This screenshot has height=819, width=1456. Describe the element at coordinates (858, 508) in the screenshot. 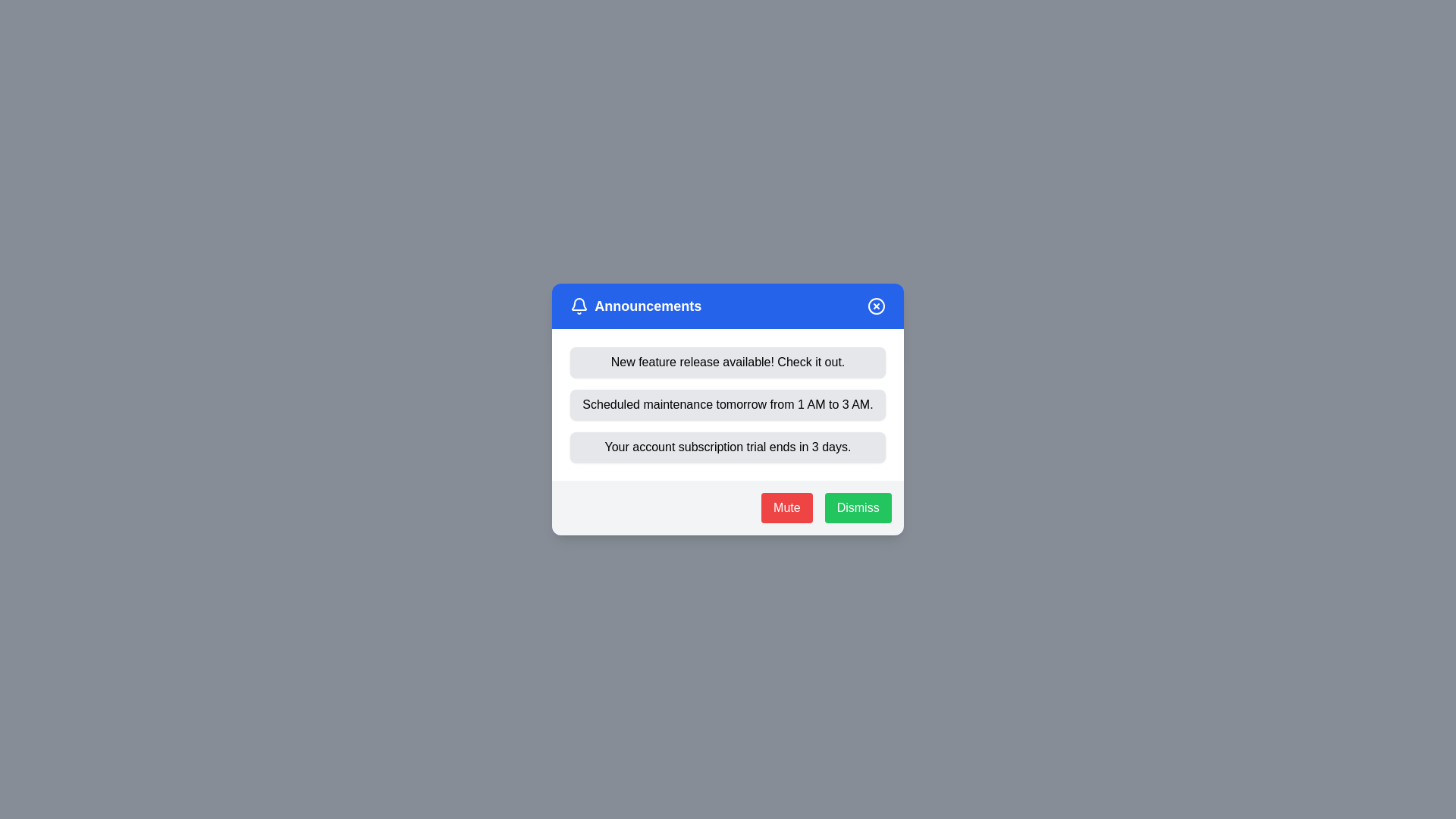

I see `the 'Dismiss' button to close the notification dialog` at that location.